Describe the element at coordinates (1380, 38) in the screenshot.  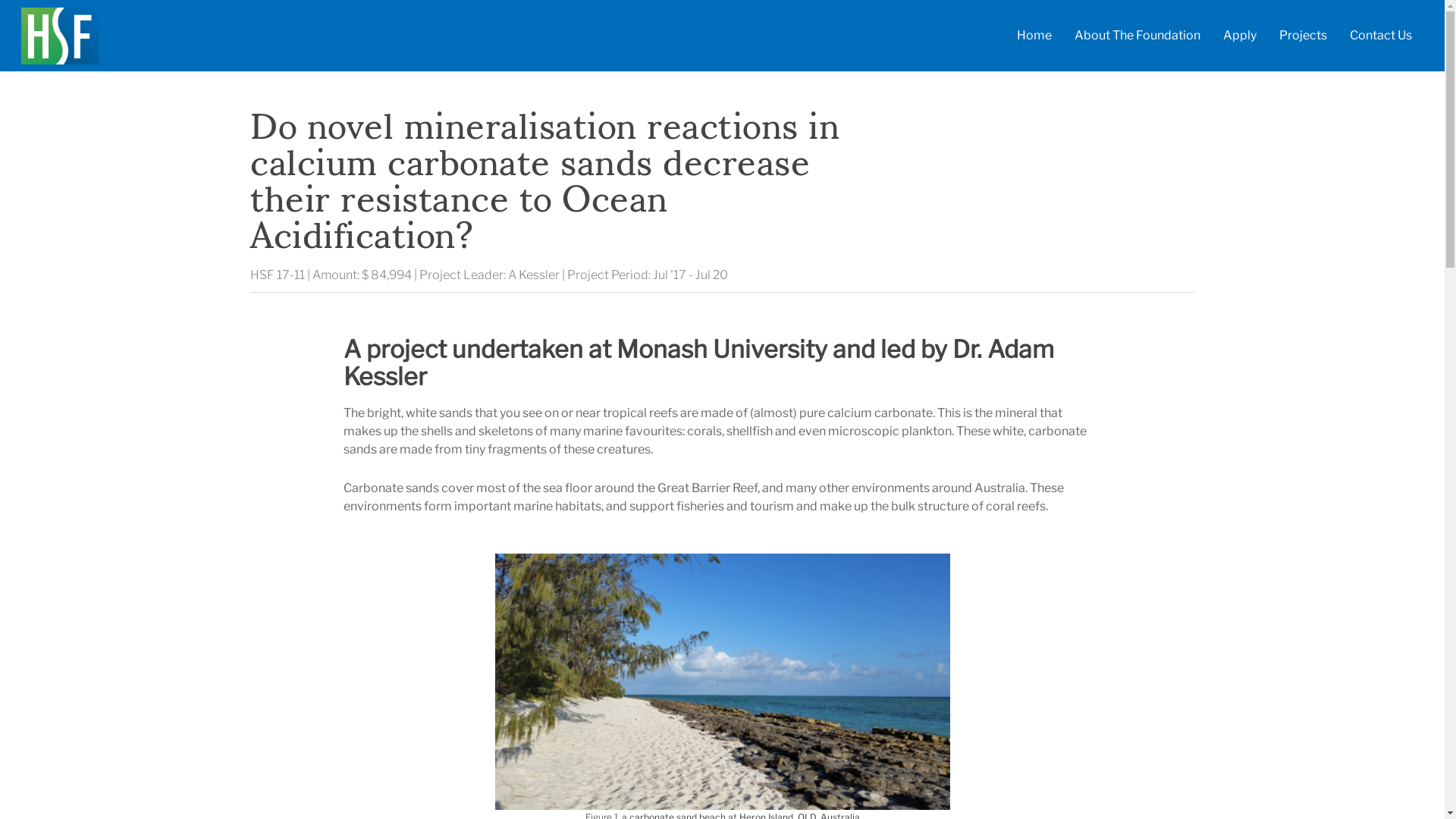
I see `'Contact Us'` at that location.